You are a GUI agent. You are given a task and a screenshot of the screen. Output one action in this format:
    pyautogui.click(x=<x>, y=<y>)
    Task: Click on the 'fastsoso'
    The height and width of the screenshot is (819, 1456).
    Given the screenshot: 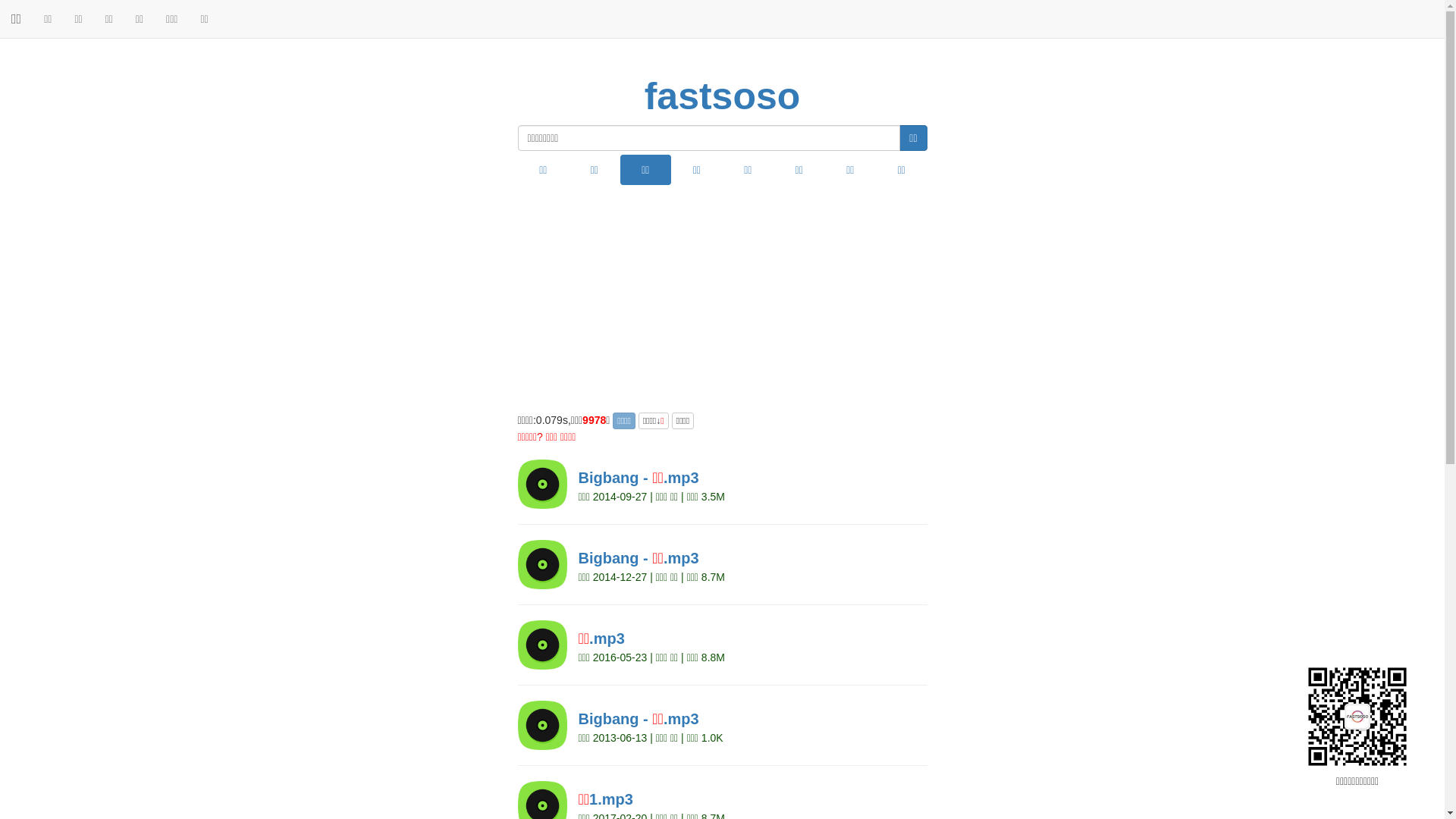 What is the action you would take?
    pyautogui.click(x=722, y=96)
    